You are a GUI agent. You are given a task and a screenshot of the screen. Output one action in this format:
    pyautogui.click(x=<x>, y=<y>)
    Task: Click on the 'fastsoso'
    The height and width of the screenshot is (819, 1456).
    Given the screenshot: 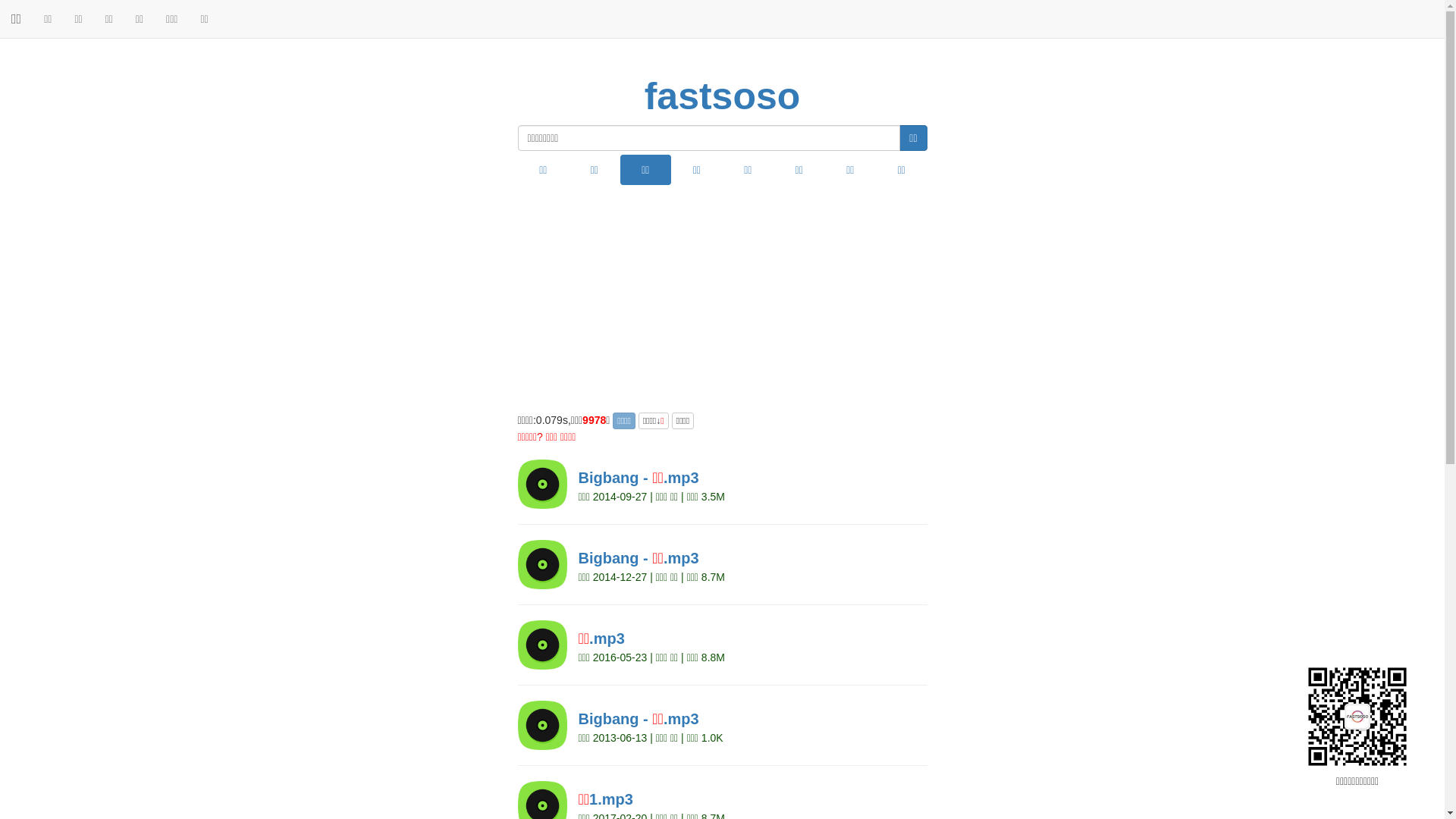 What is the action you would take?
    pyautogui.click(x=722, y=96)
    